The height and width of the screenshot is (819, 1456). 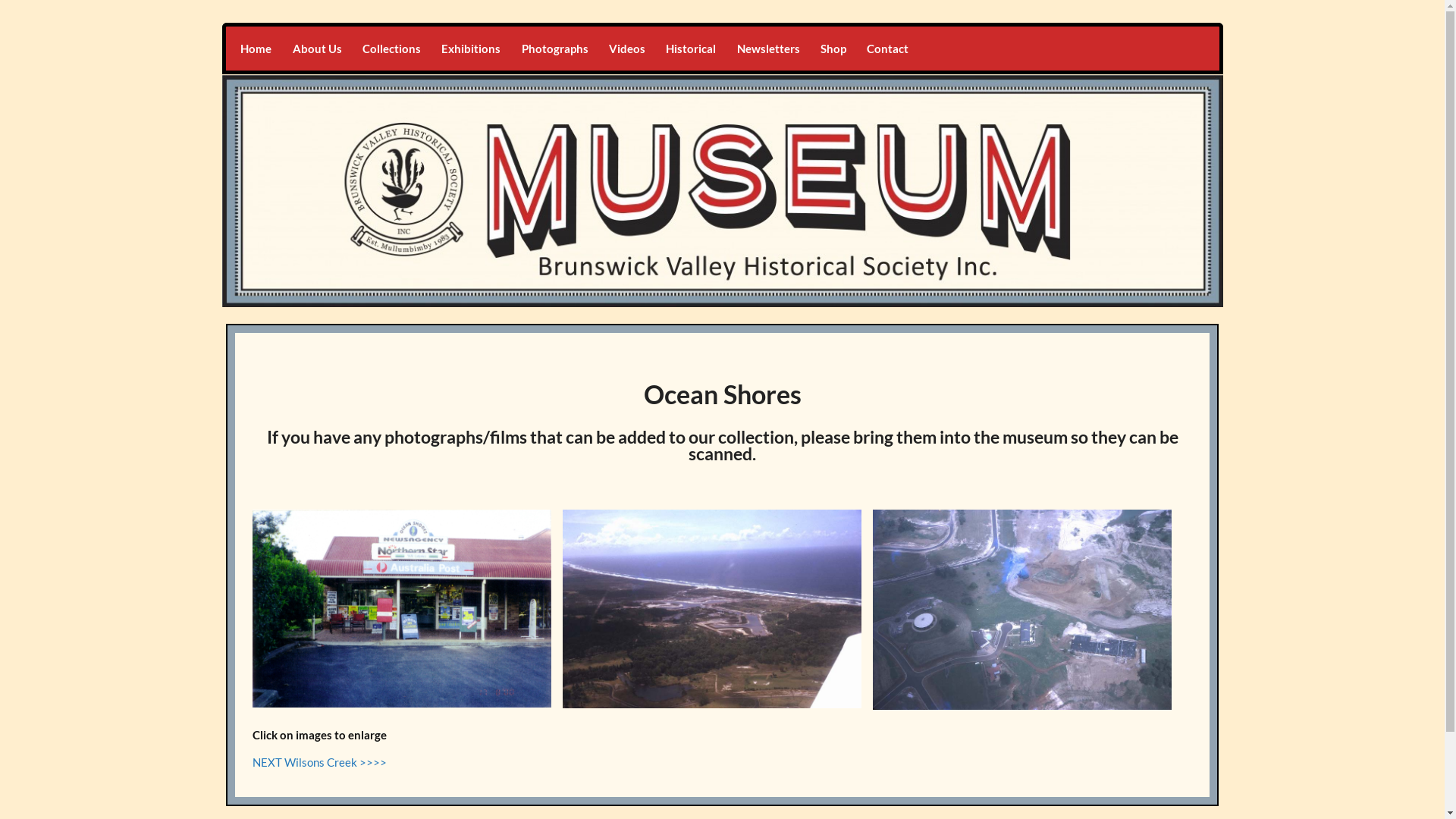 I want to click on 'Historical', so click(x=690, y=48).